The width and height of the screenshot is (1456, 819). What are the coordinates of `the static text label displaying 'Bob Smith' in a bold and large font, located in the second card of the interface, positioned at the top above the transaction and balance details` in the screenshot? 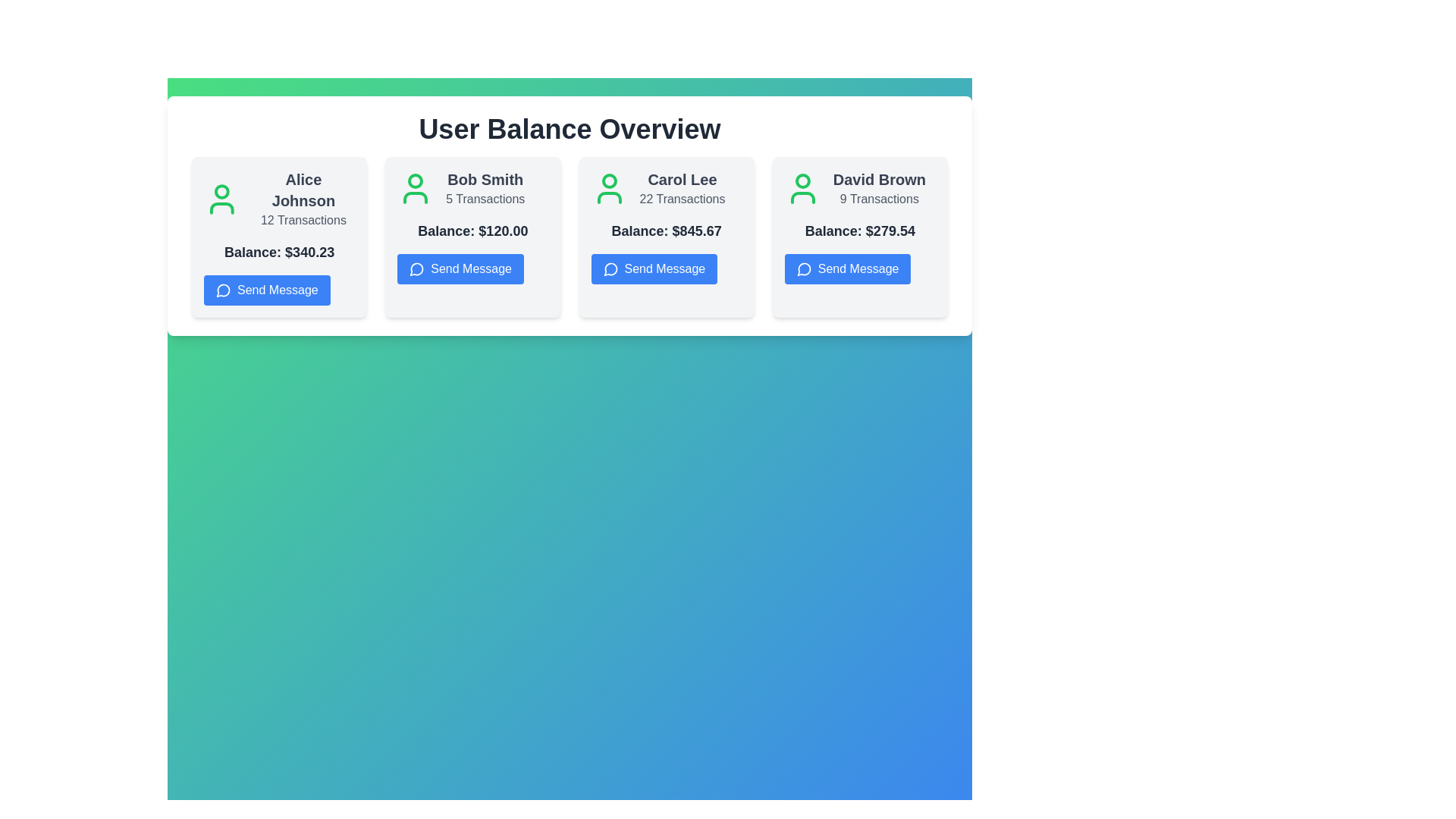 It's located at (485, 178).